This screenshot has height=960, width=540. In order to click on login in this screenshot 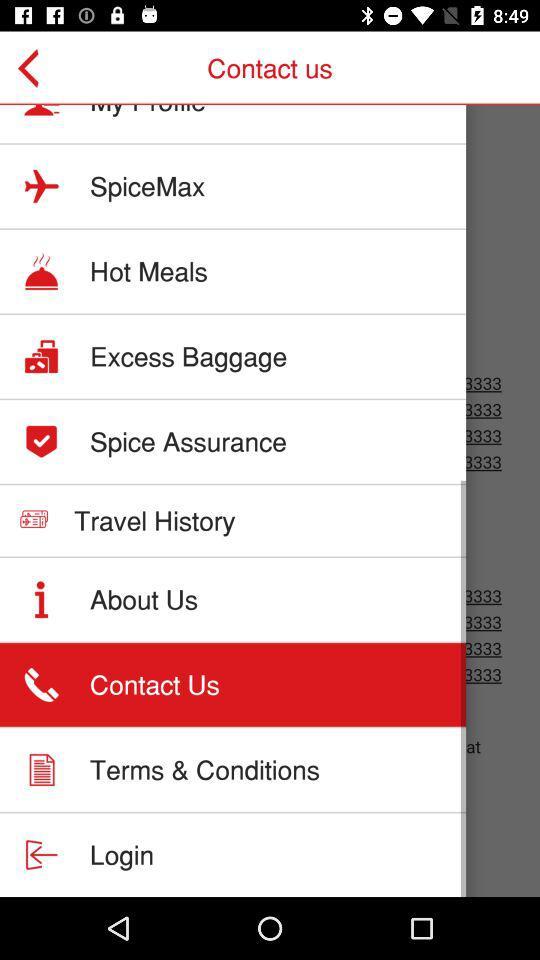, I will do `click(122, 853)`.